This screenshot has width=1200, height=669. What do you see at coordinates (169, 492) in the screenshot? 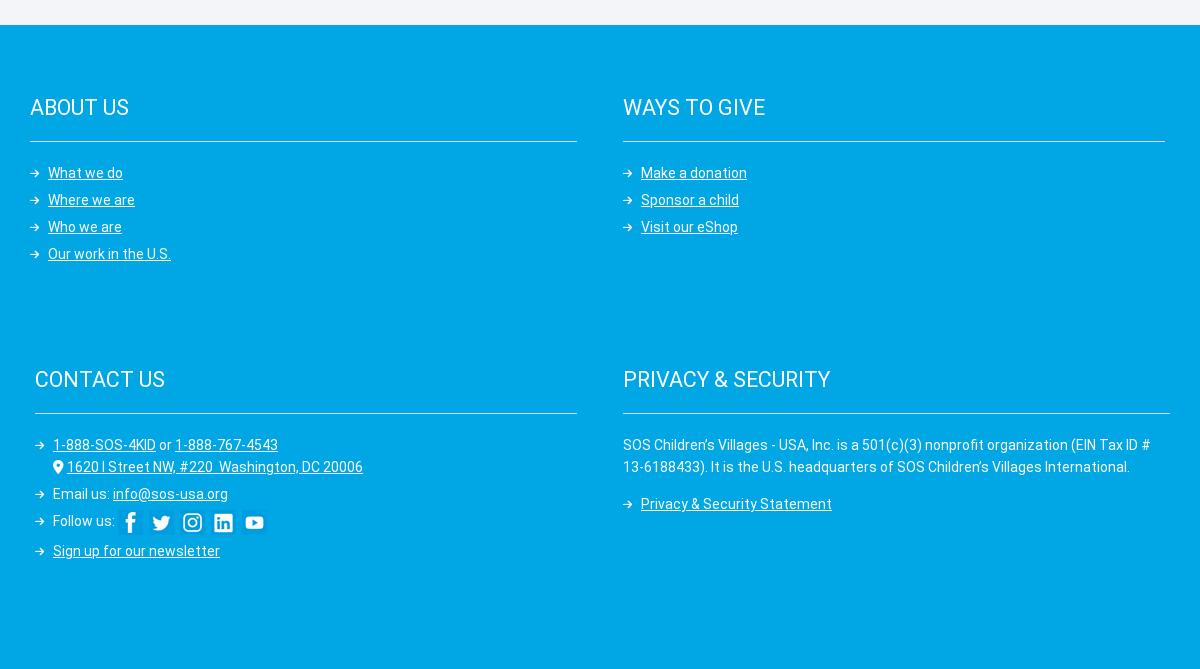
I see `'info@sos-usa.org'` at bounding box center [169, 492].